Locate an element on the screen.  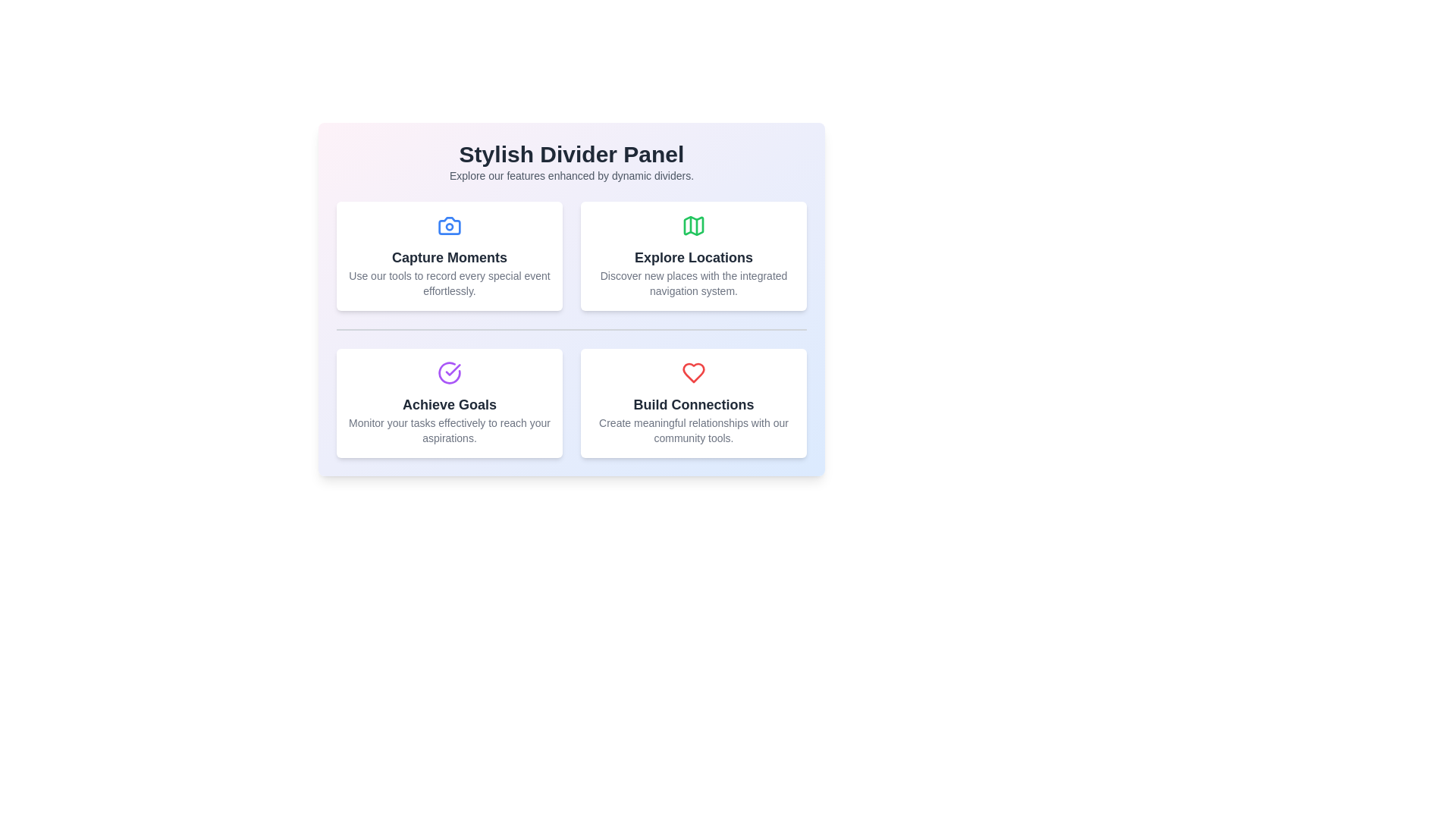
the visual divider element located centrally between the top and bottom rows of informational cards in the grid is located at coordinates (570, 329).